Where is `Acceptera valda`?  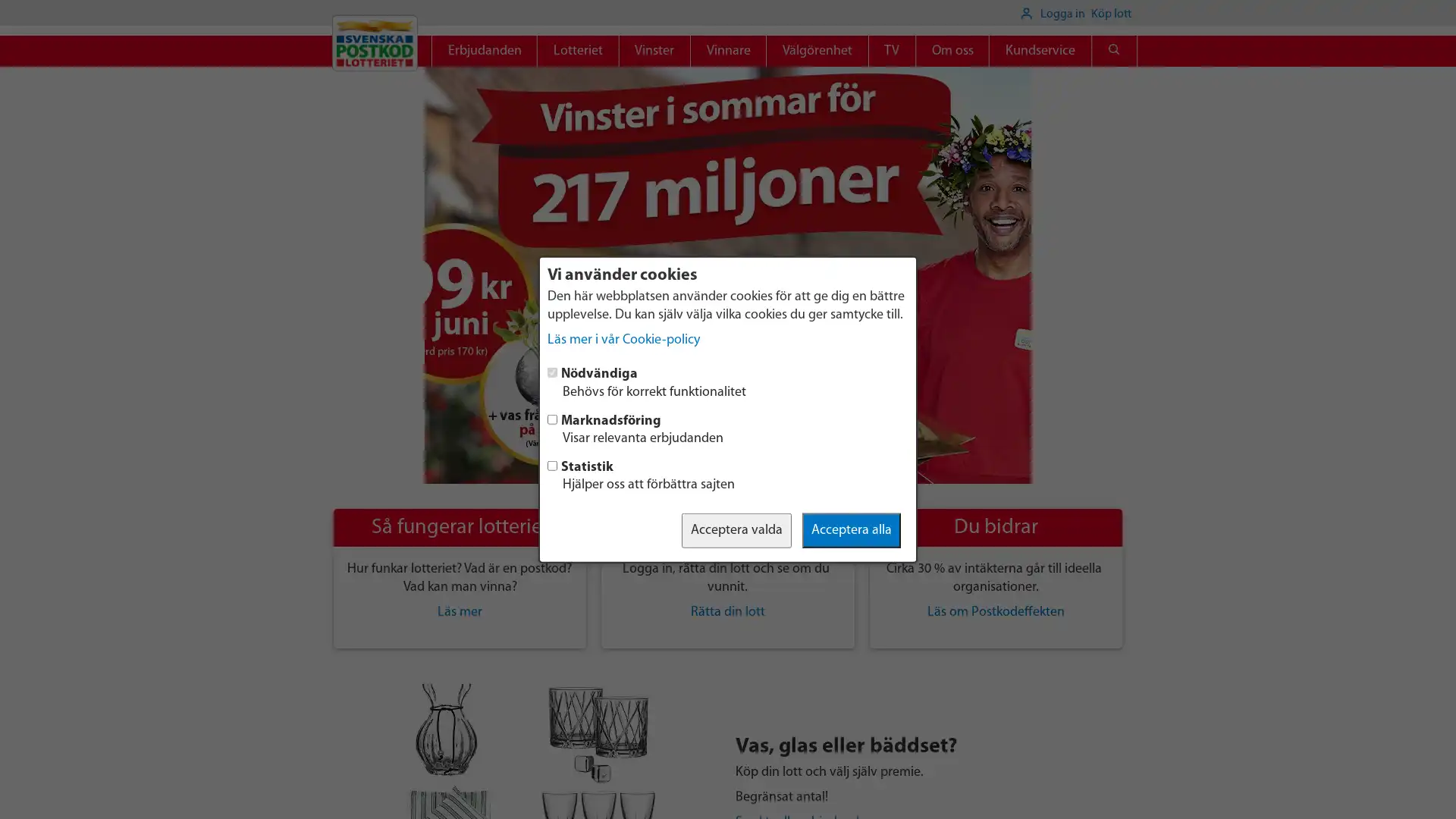
Acceptera valda is located at coordinates (736, 529).